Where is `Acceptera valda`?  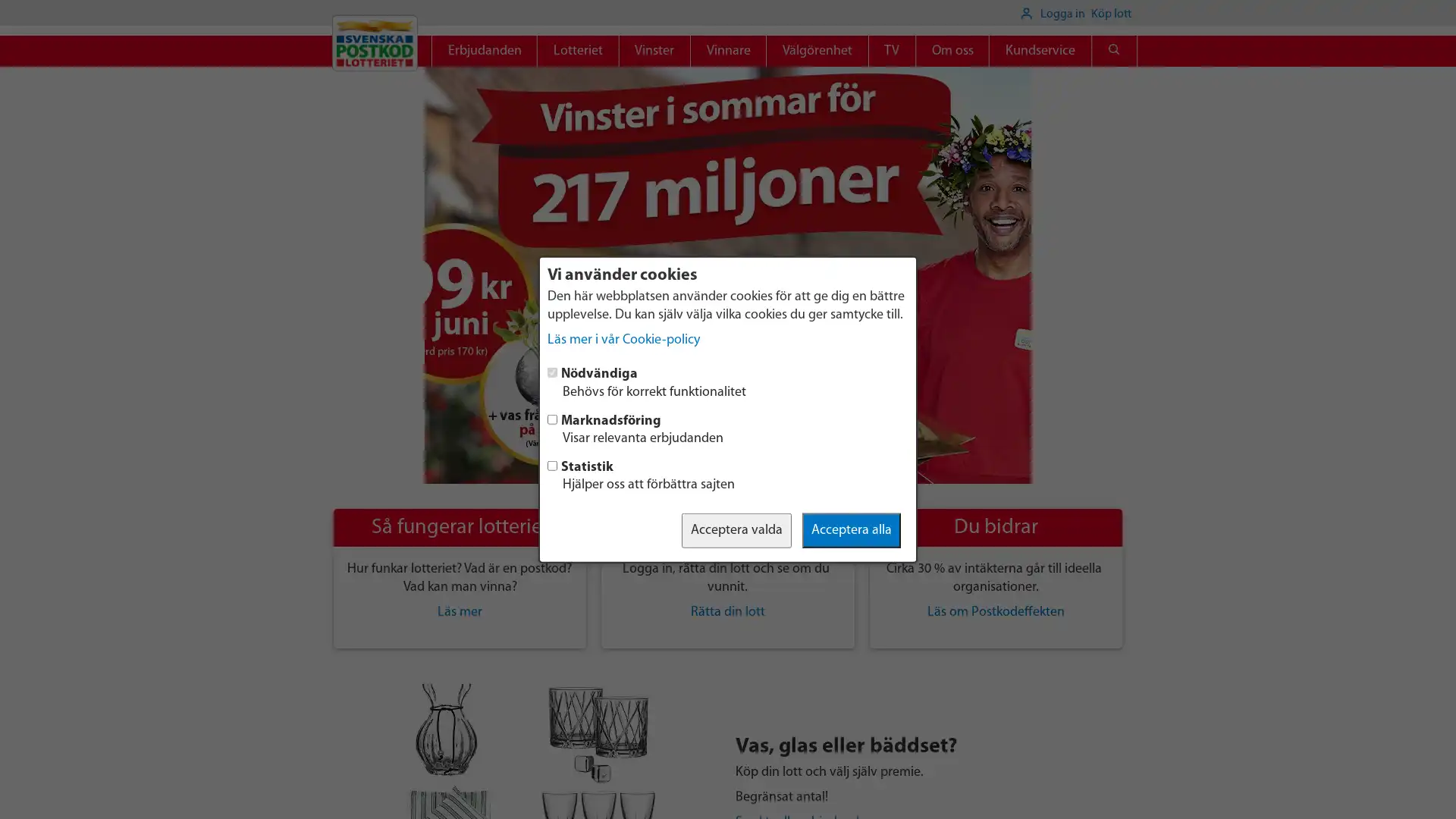
Acceptera valda is located at coordinates (736, 529).